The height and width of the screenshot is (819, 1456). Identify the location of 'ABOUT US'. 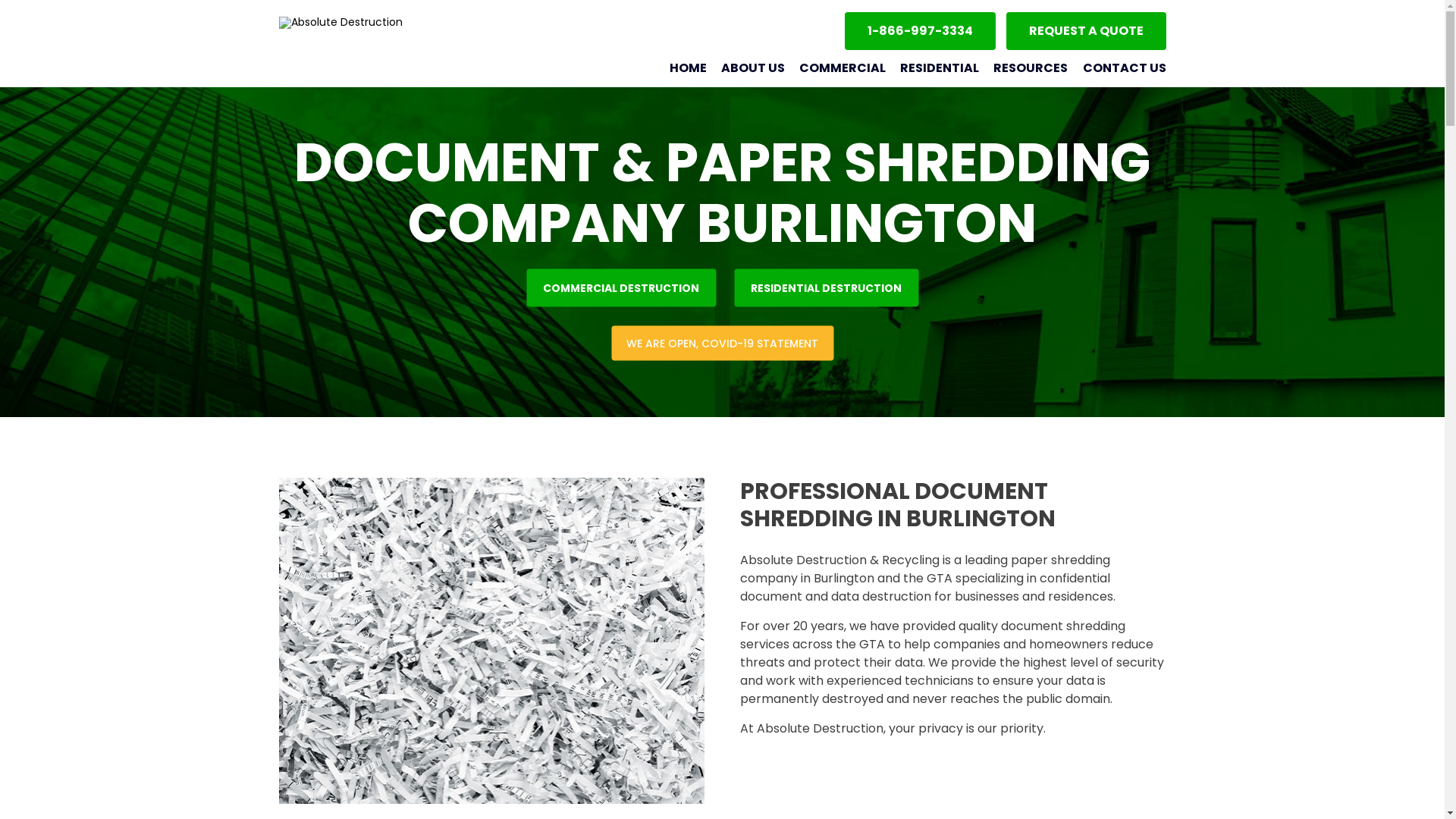
(745, 67).